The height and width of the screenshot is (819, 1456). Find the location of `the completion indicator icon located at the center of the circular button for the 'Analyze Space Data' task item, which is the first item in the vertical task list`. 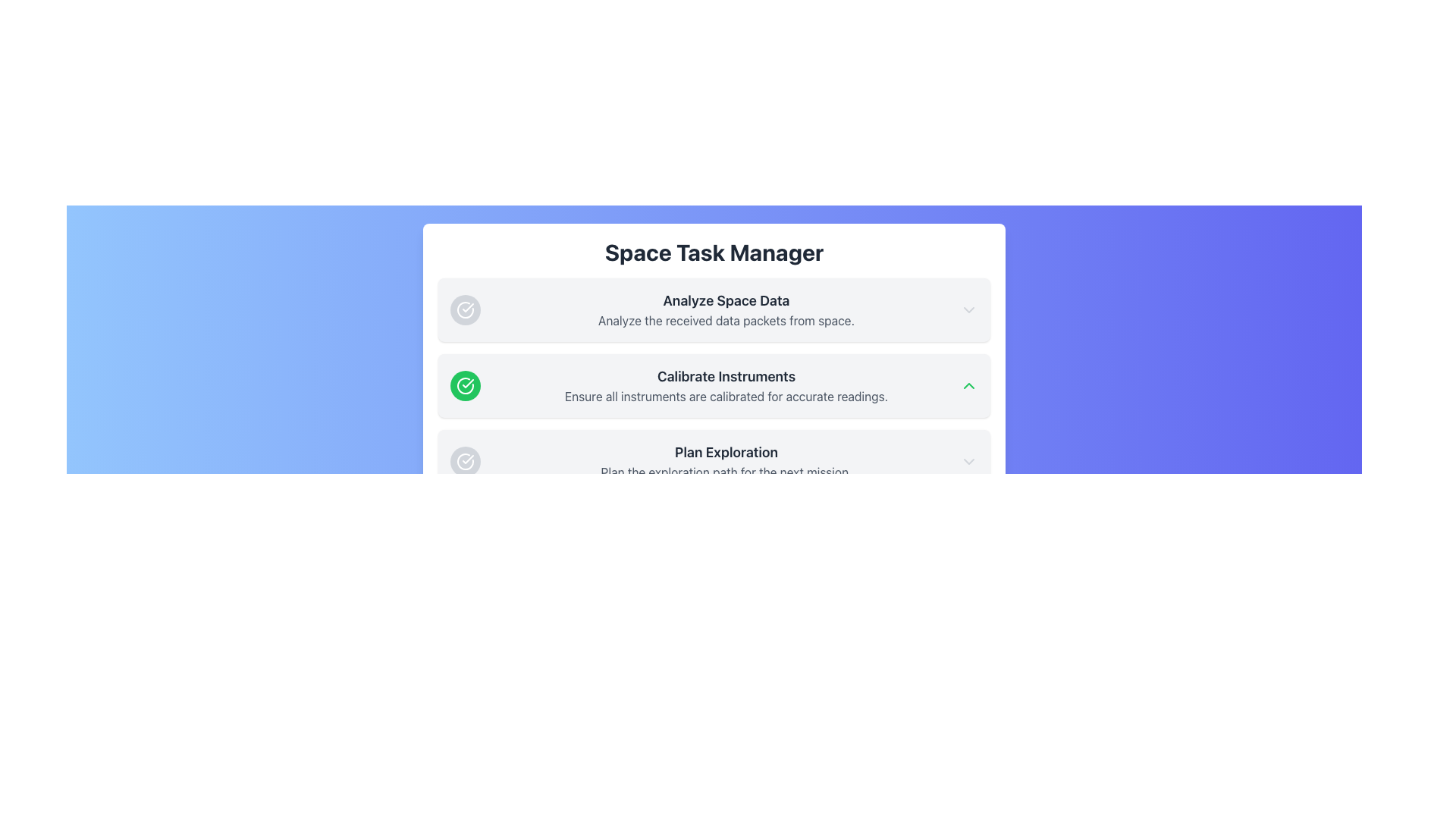

the completion indicator icon located at the center of the circular button for the 'Analyze Space Data' task item, which is the first item in the vertical task list is located at coordinates (465, 309).